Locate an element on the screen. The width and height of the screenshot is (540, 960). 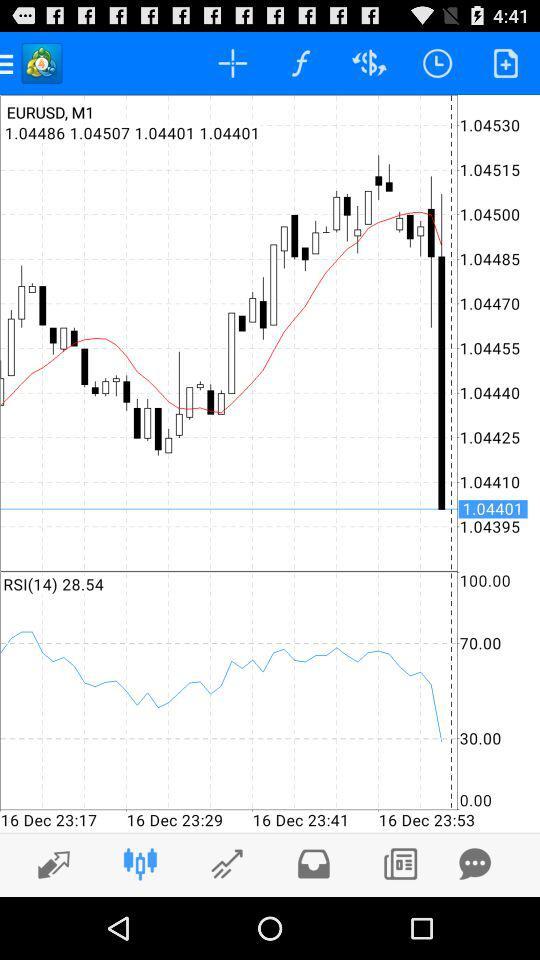
2nd icon at the bottom of the page is located at coordinates (139, 863).